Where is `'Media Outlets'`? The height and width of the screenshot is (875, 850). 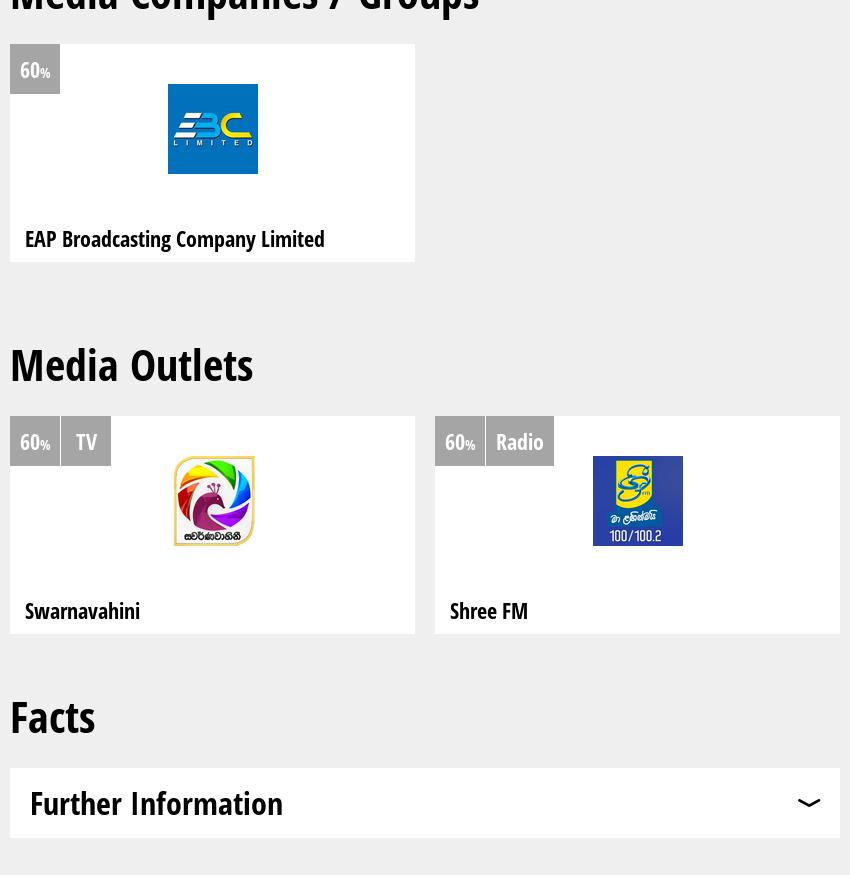 'Media Outlets' is located at coordinates (131, 364).